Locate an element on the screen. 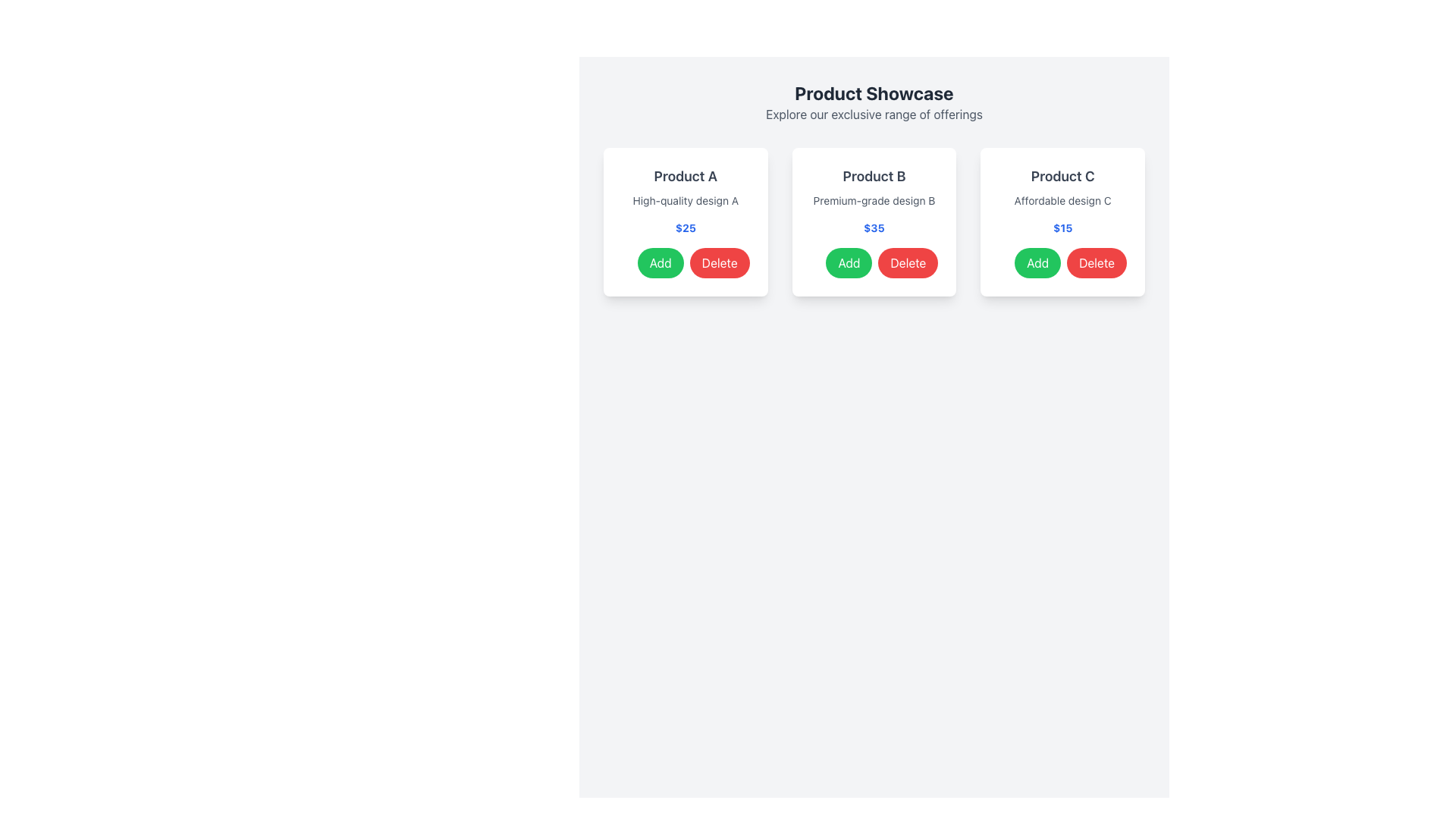 This screenshot has width=1456, height=819. the static text element displaying 'Explore our exclusive range of offerings.' which is styled in gray and positioned below the title 'Product Showcase.' is located at coordinates (874, 113).